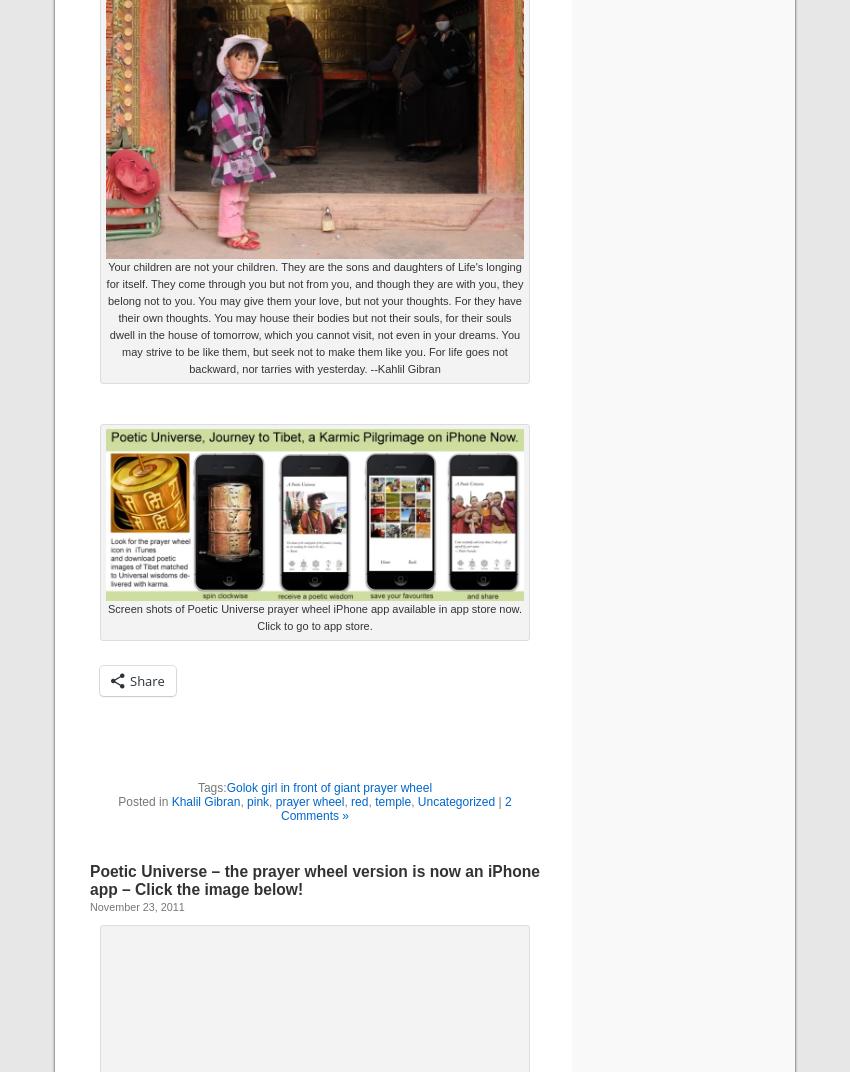 The image size is (850, 1072). Describe the element at coordinates (170, 800) in the screenshot. I see `'Khalil Gibran'` at that location.